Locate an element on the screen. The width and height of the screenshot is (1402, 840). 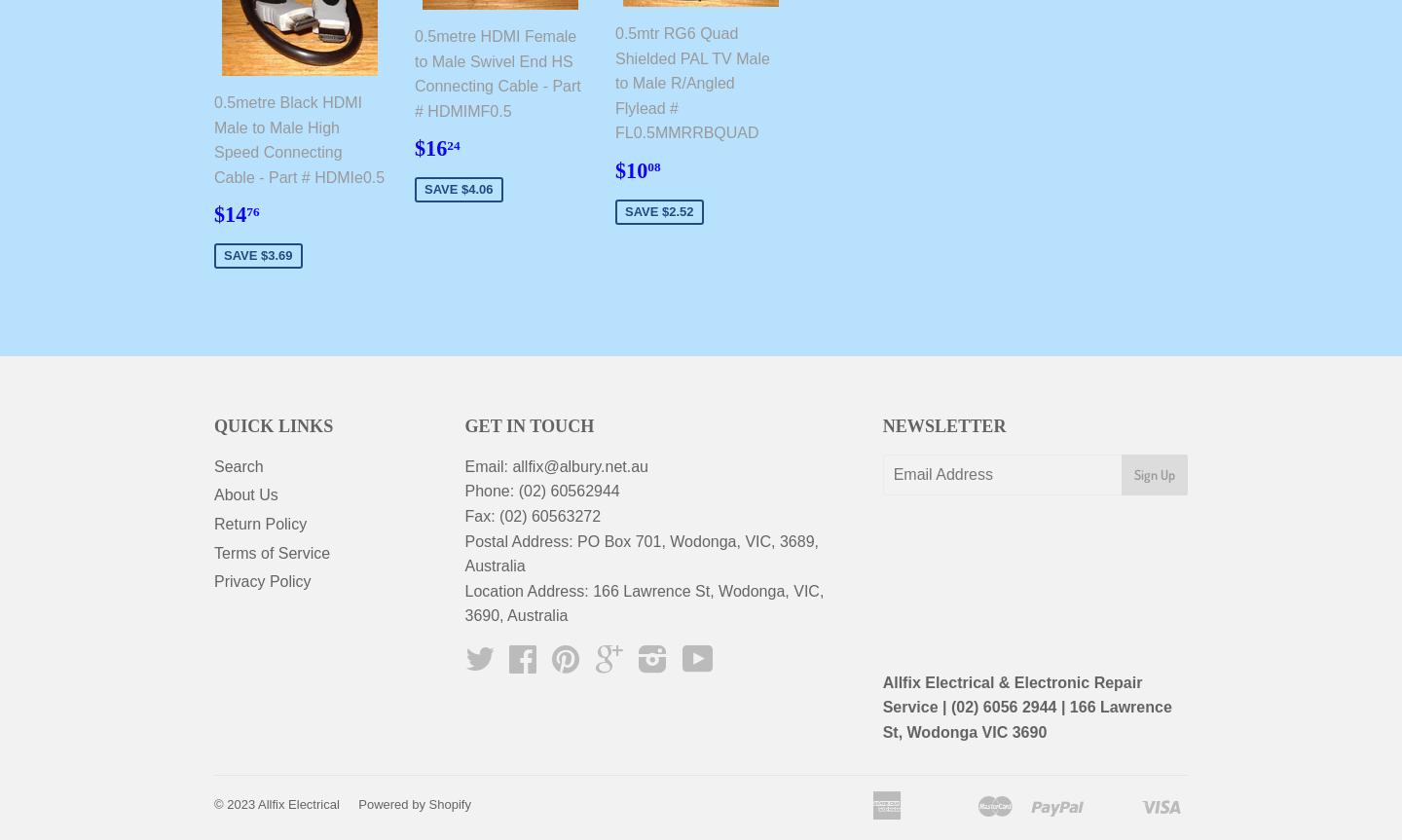
'Allfix Electrical & Electronic Repair Service | (02) 6056 2944 | 166 Lawrence St, Wodonga VIC 3690' is located at coordinates (1026, 707).